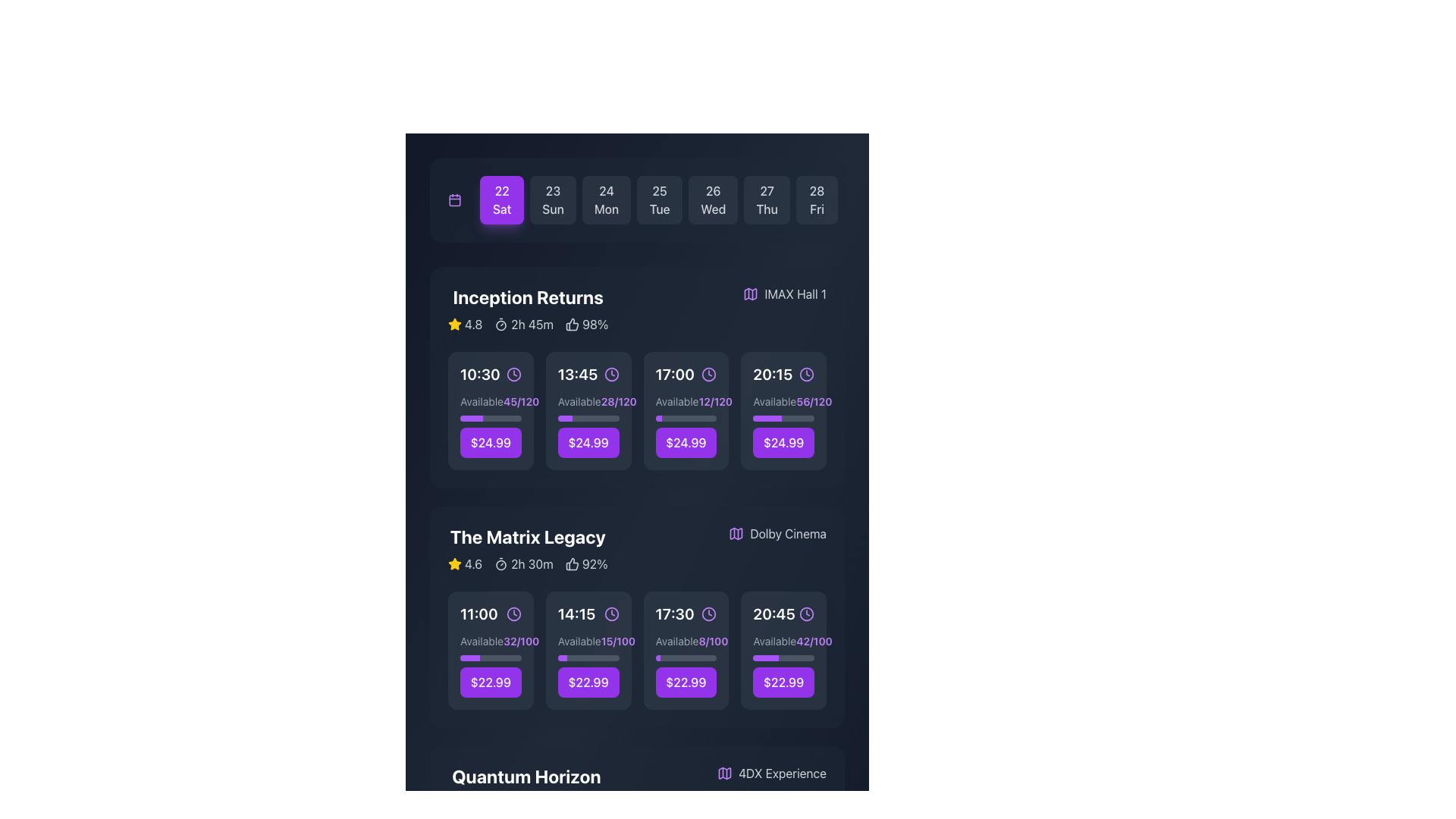 This screenshot has width=1456, height=819. I want to click on the button to proceed with selecting seats for the '17:30' showing of 'The Matrix Legacy' to trigger a background color change, so click(685, 665).